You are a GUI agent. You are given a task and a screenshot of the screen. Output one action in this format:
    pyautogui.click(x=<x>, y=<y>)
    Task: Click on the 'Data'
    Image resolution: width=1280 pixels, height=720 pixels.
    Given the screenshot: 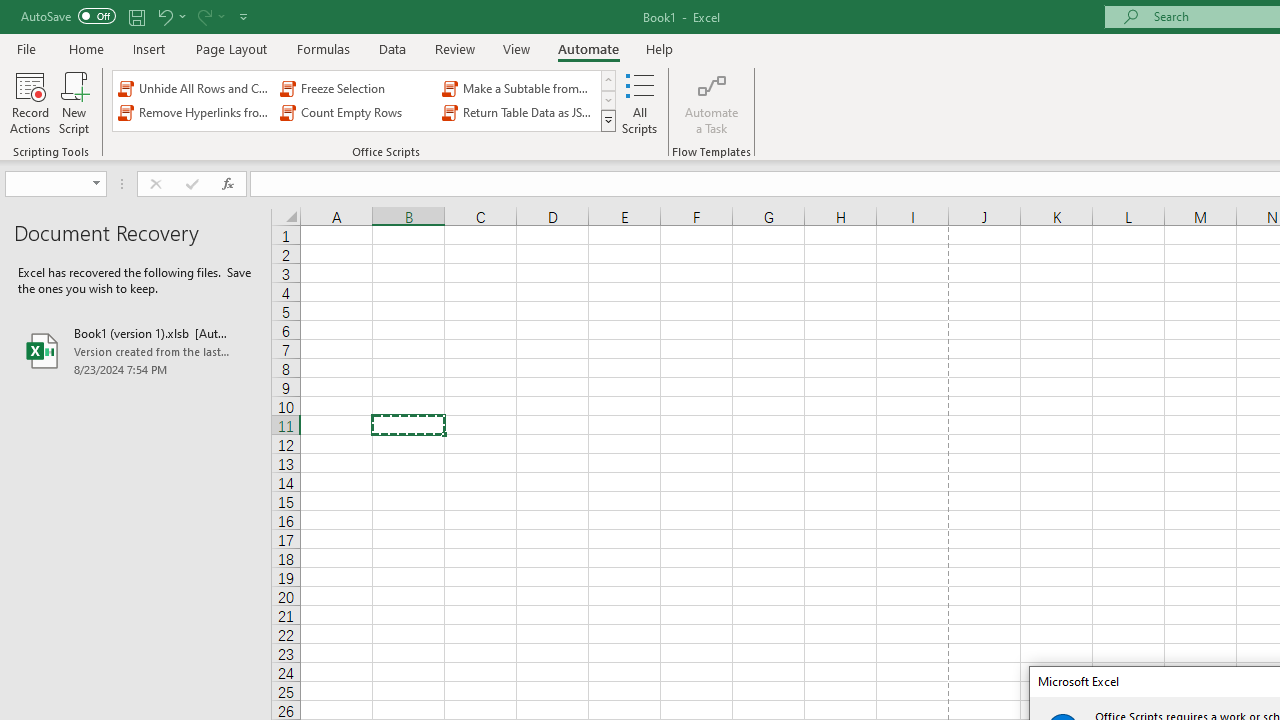 What is the action you would take?
    pyautogui.click(x=392, y=48)
    